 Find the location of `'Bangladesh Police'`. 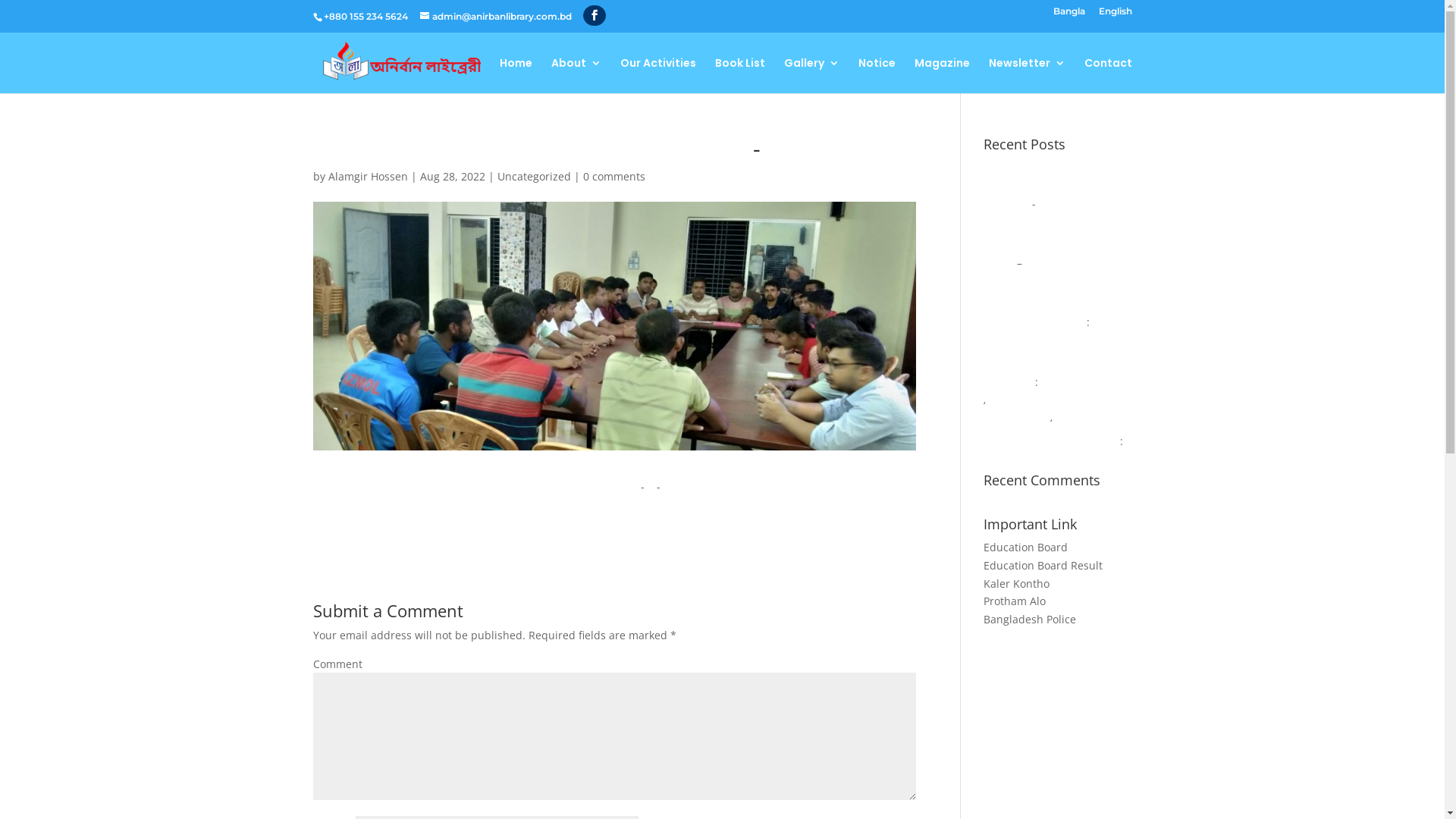

'Bangladesh Police' is located at coordinates (1030, 619).